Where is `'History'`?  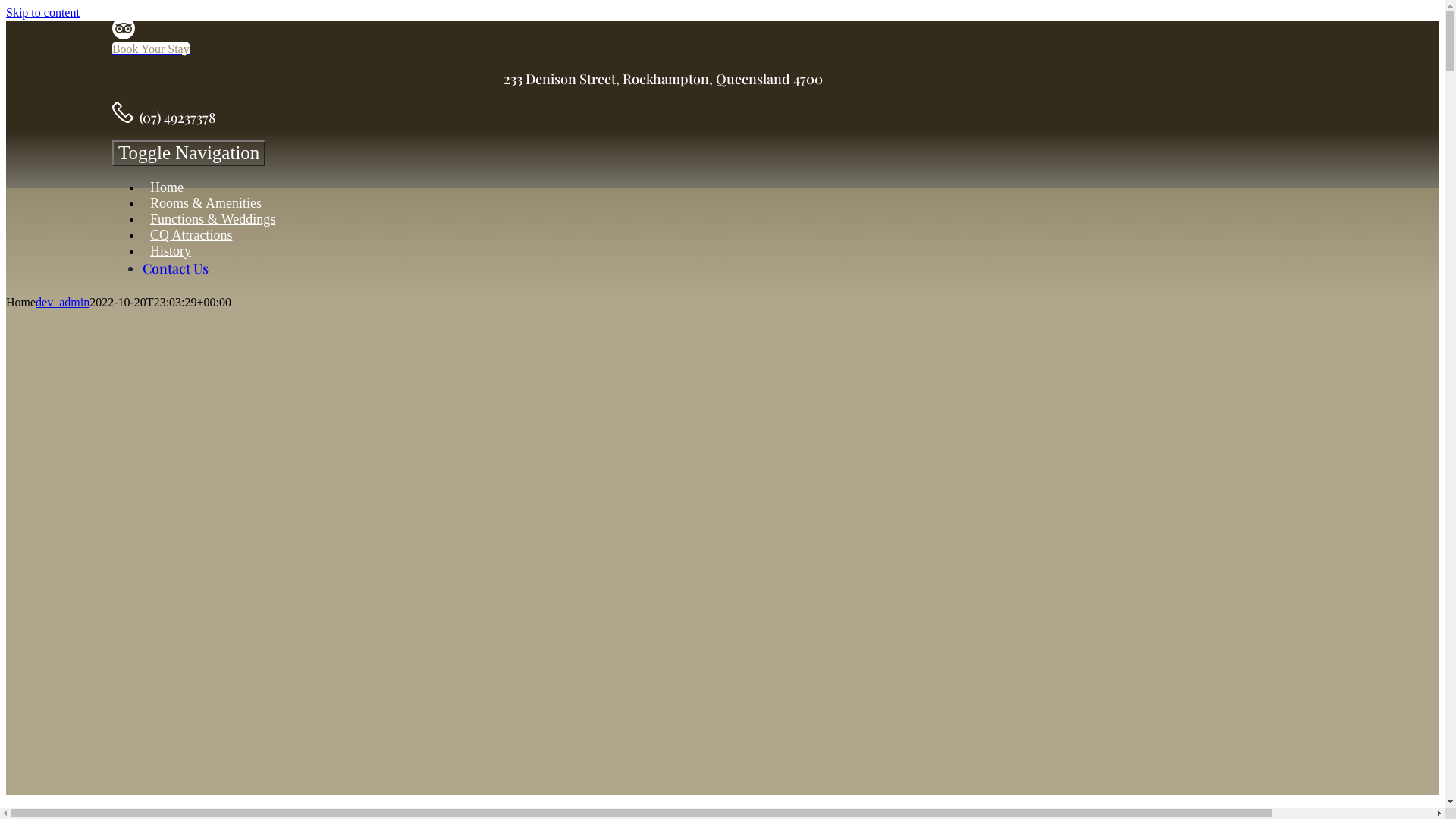
'History' is located at coordinates (171, 250).